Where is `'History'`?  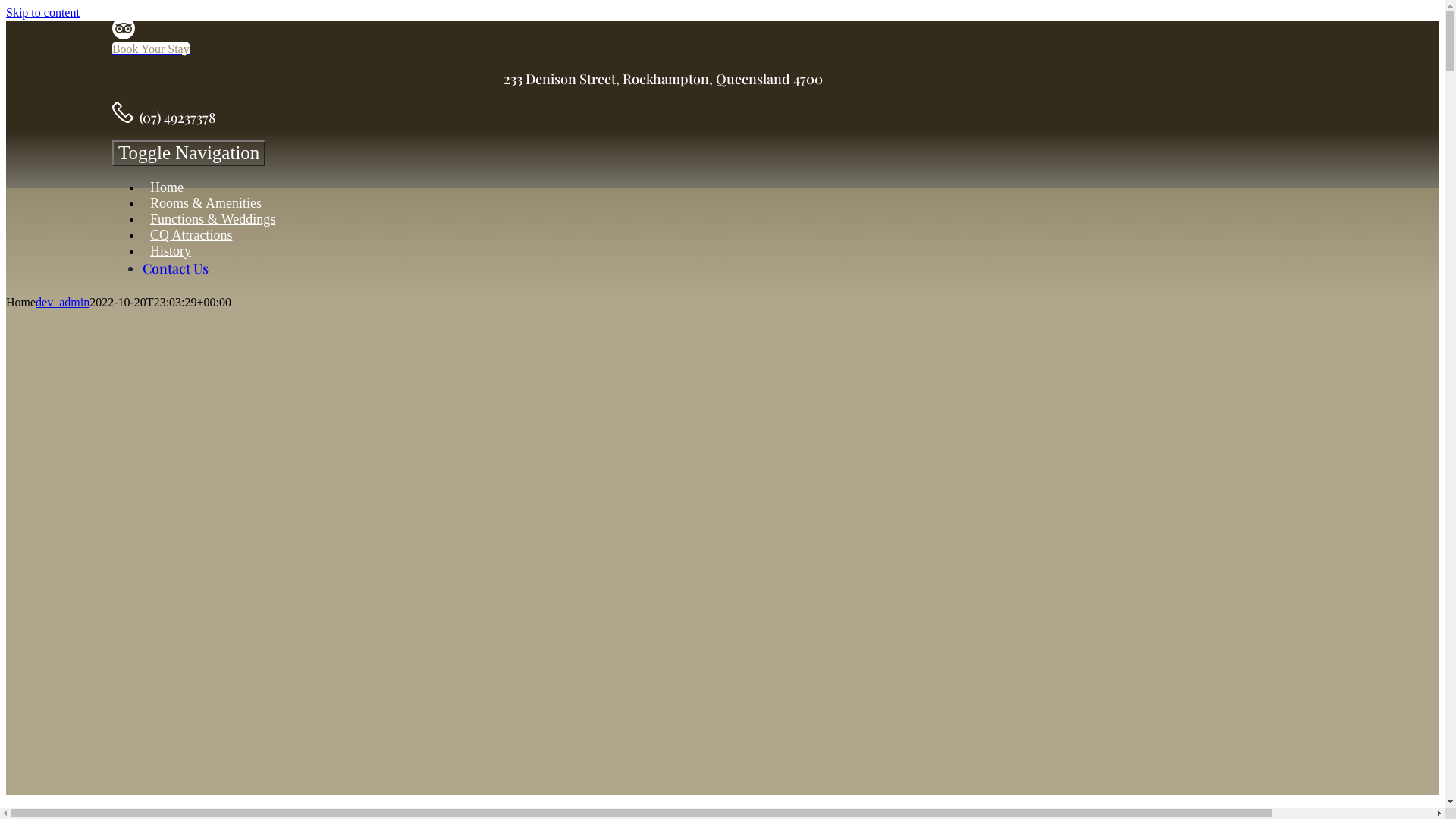
'History' is located at coordinates (171, 250).